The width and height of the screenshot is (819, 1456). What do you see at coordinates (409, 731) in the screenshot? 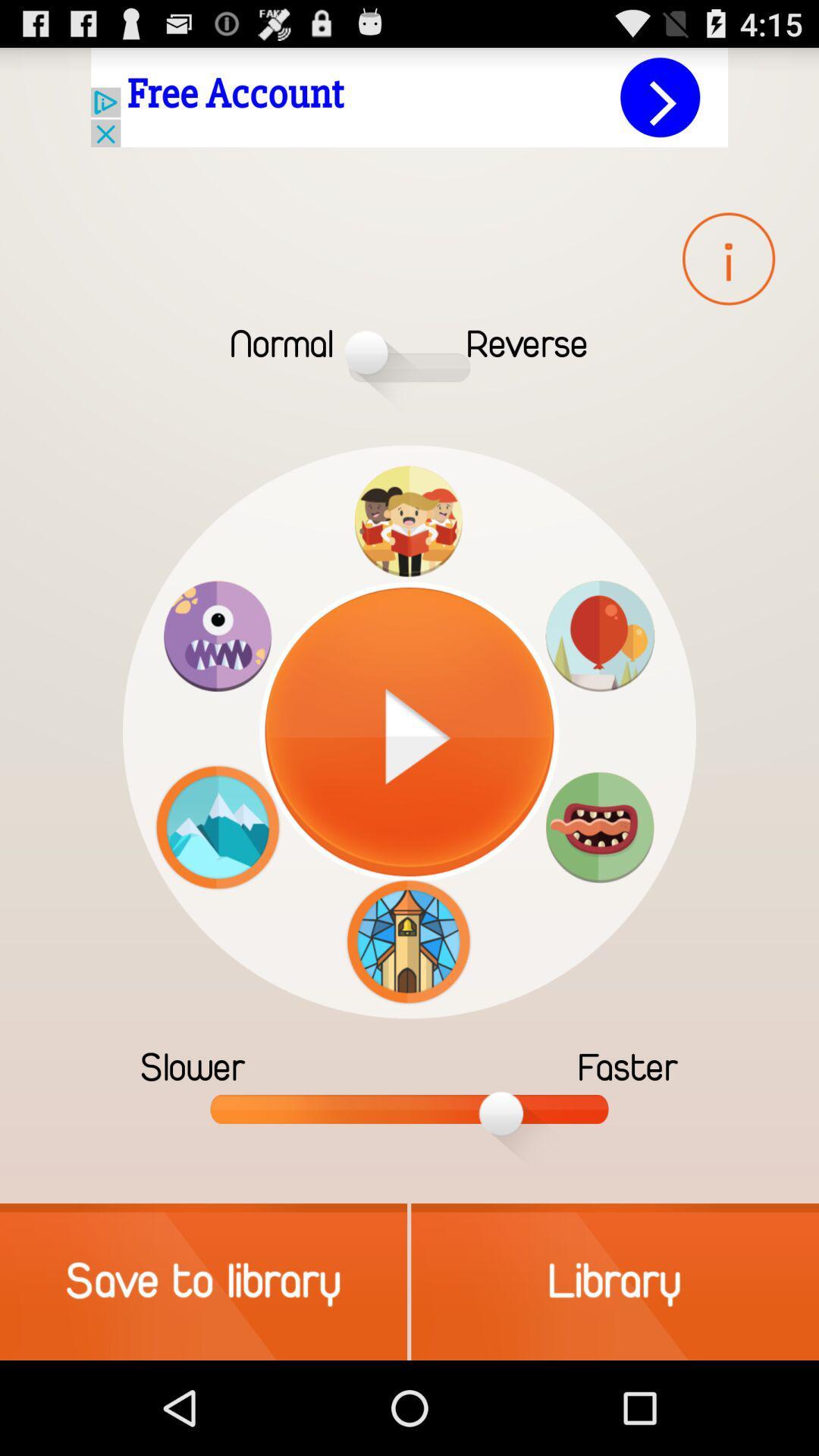
I see `the center image` at bounding box center [409, 731].